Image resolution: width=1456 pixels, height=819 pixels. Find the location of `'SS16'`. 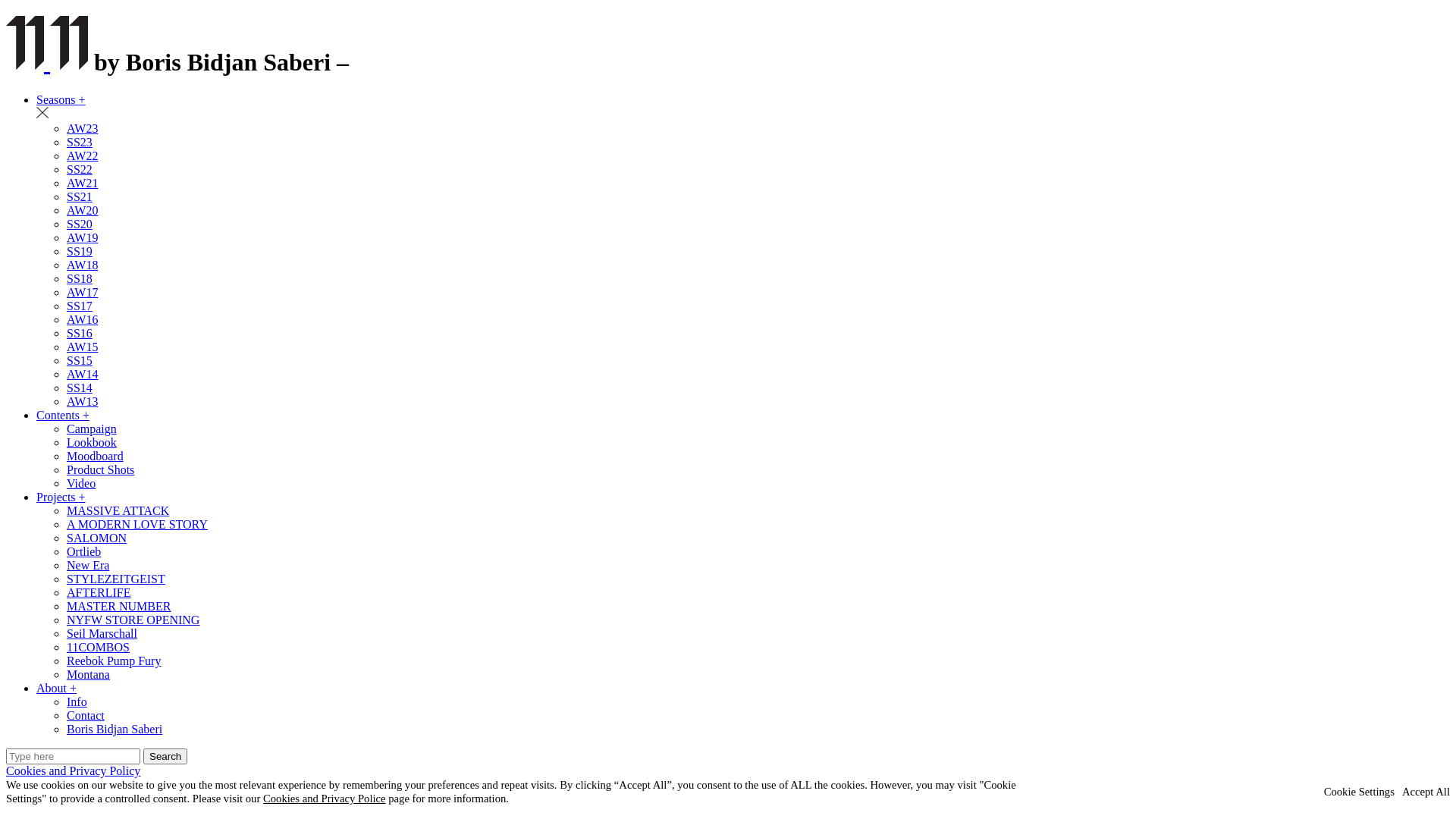

'SS16' is located at coordinates (79, 332).